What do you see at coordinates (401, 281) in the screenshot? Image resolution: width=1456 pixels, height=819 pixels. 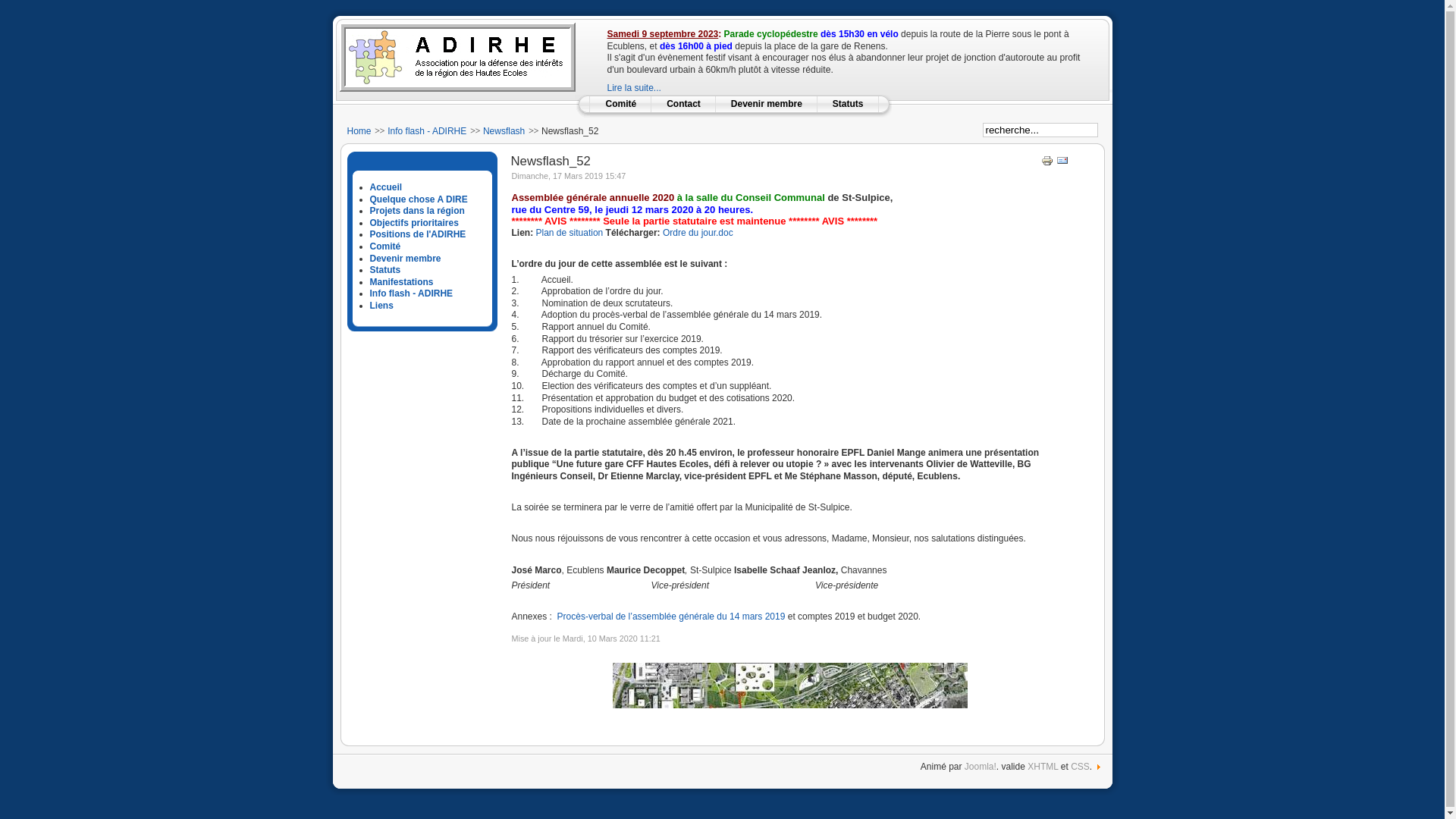 I see `'Manifestations'` at bounding box center [401, 281].